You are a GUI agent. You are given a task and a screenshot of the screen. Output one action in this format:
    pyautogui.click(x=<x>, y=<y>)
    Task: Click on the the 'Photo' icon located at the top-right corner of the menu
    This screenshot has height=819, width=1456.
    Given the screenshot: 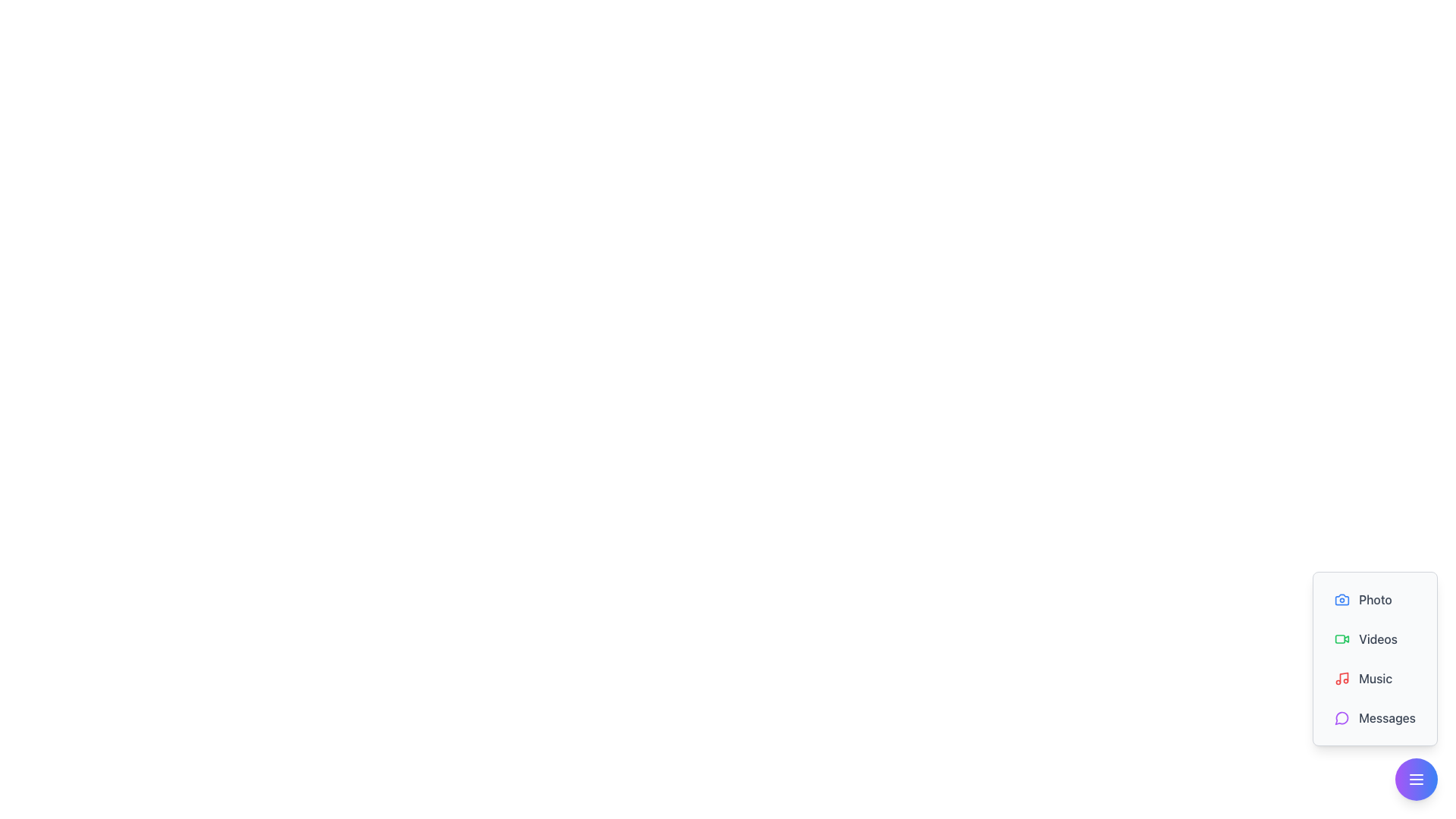 What is the action you would take?
    pyautogui.click(x=1342, y=598)
    